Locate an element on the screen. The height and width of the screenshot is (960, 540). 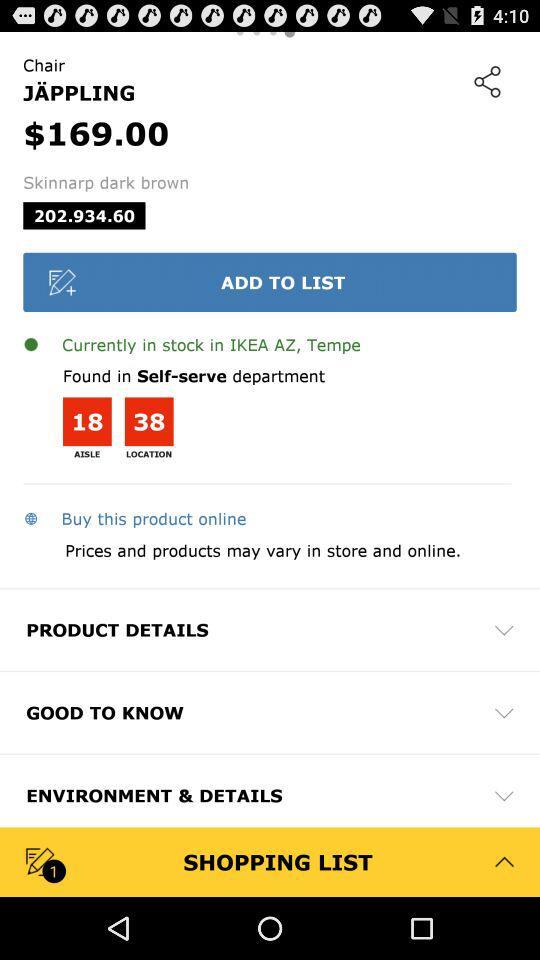
the share icon is located at coordinates (486, 87).